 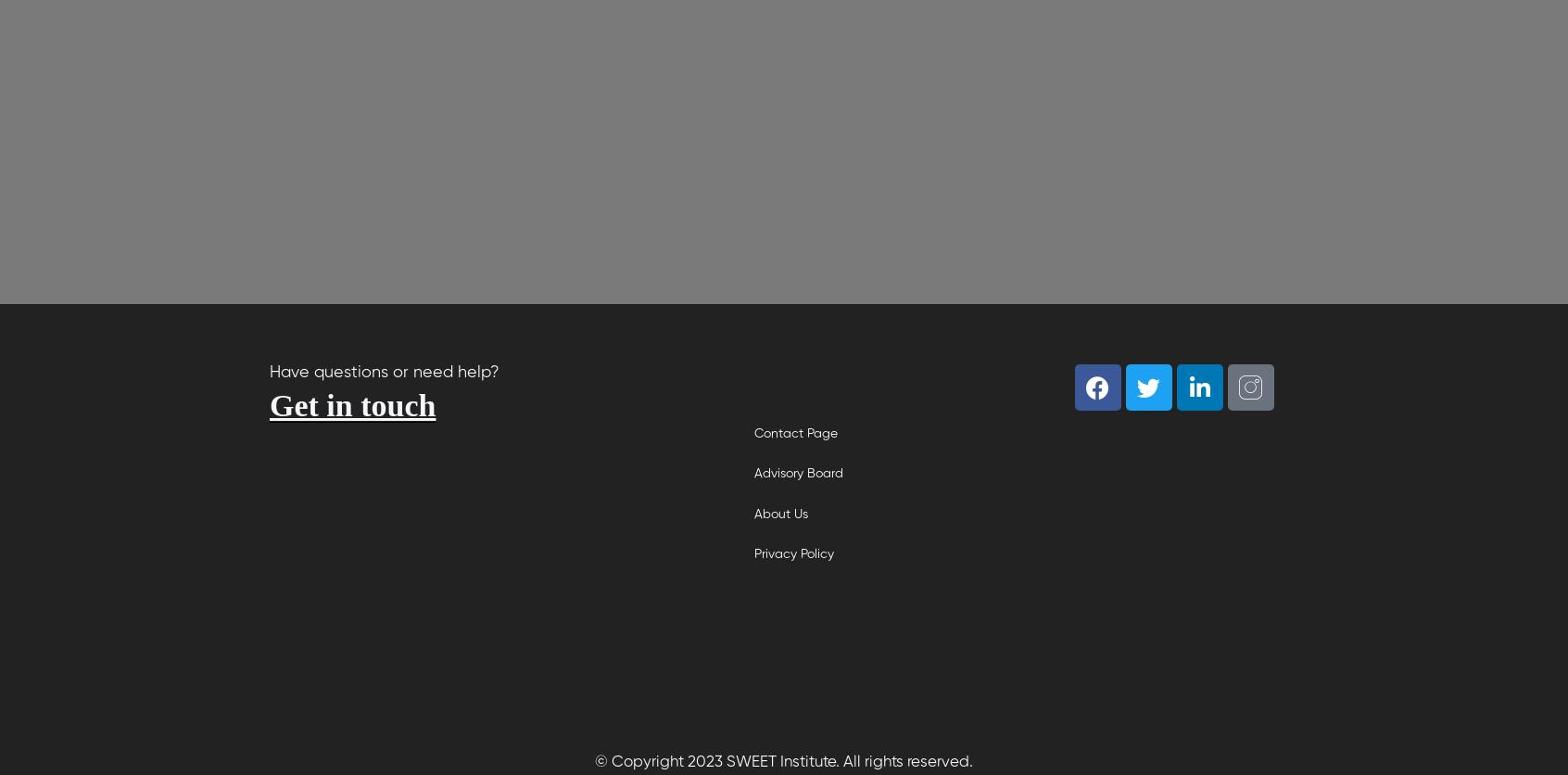 I want to click on 'contact@sweetinstitute.com', so click(x=455, y=541).